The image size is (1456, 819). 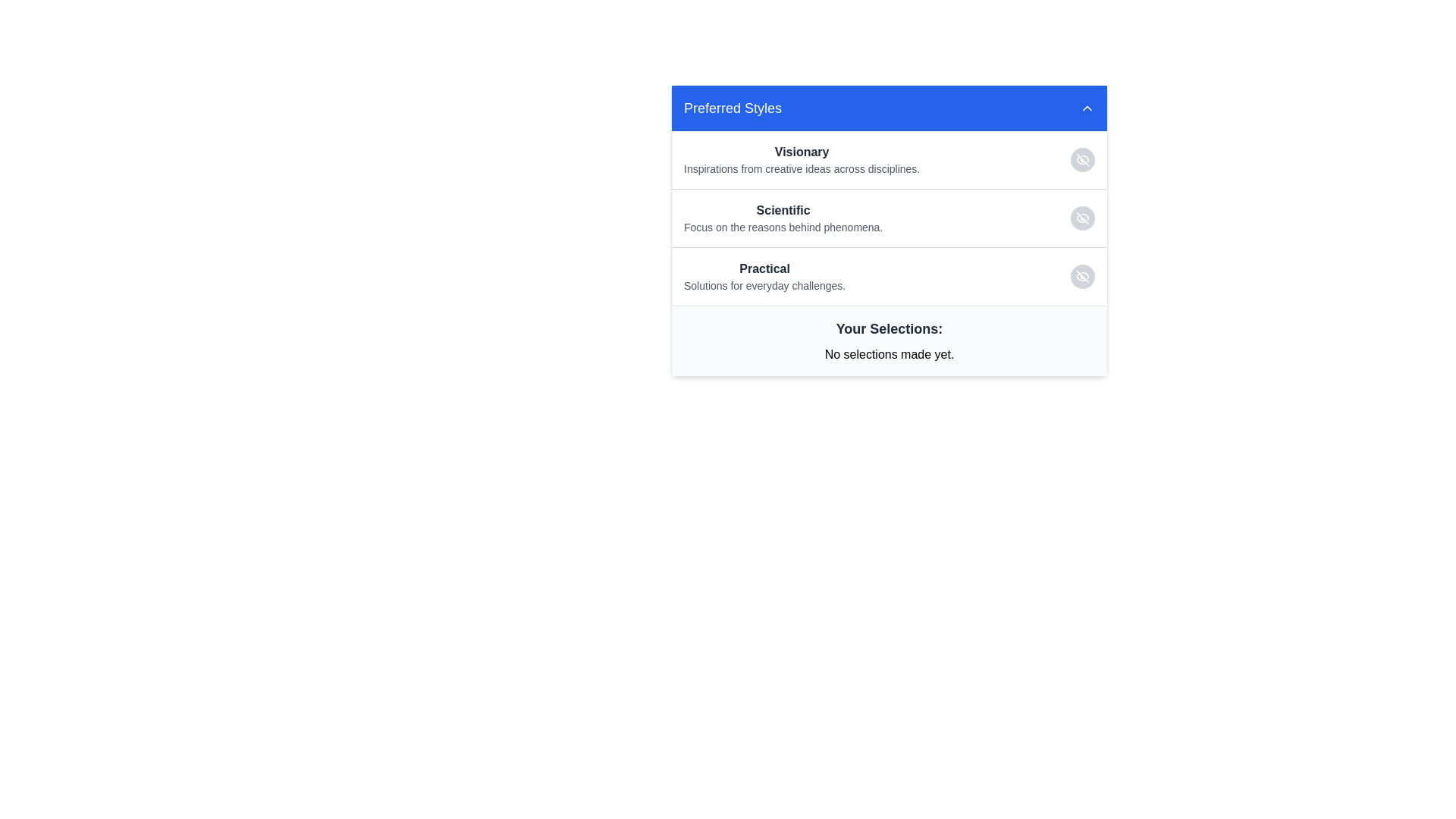 I want to click on the bold text label reading 'Practical', which is prominently positioned above a supporting description text in the 'Preferred Styles' section, so click(x=764, y=268).